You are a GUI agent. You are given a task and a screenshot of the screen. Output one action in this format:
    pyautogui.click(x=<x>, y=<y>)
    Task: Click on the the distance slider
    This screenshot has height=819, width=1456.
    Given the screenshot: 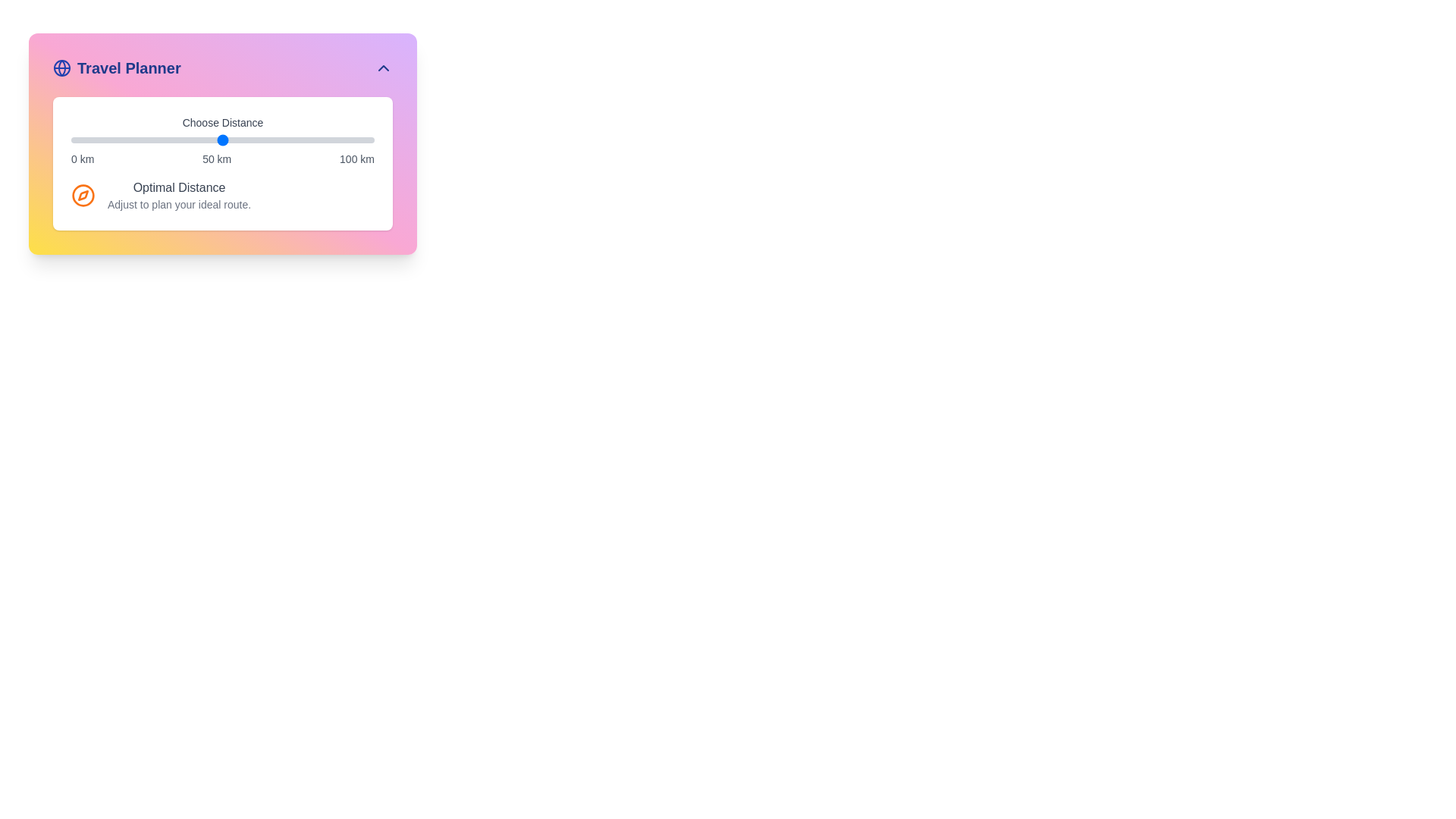 What is the action you would take?
    pyautogui.click(x=141, y=140)
    